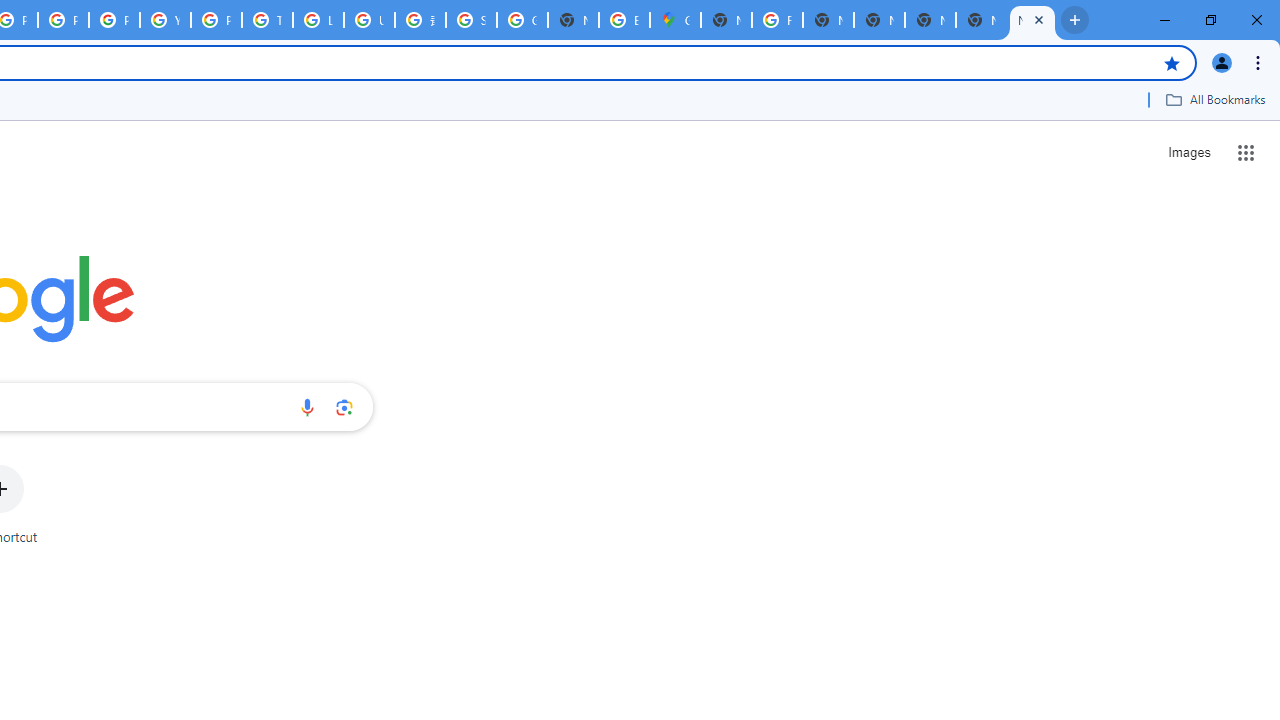 The image size is (1280, 720). What do you see at coordinates (64, 20) in the screenshot?
I see `'Privacy Help Center - Policies Help'` at bounding box center [64, 20].